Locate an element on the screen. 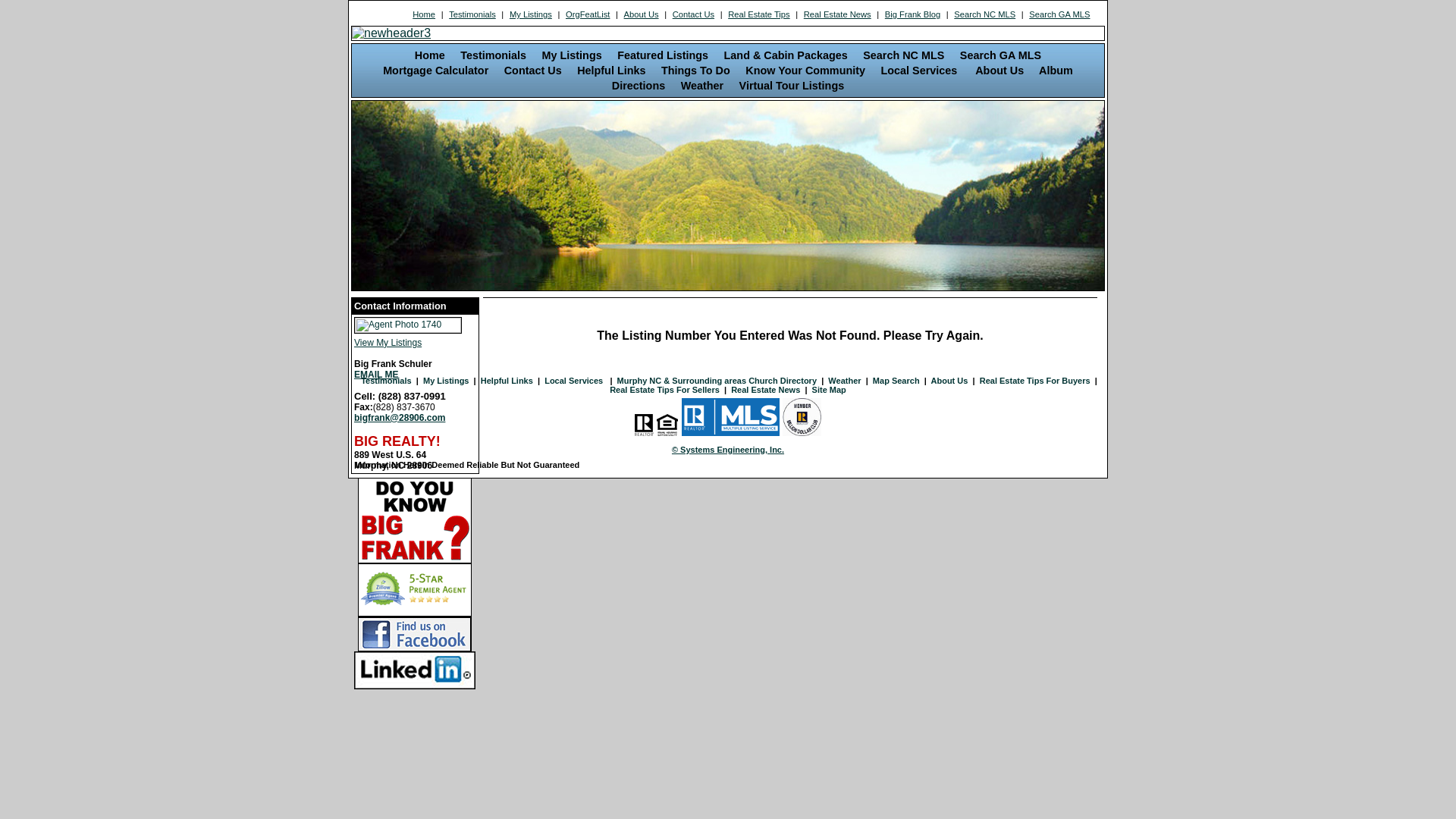 This screenshot has width=1456, height=819. 'Contact Us' is located at coordinates (670, 14).